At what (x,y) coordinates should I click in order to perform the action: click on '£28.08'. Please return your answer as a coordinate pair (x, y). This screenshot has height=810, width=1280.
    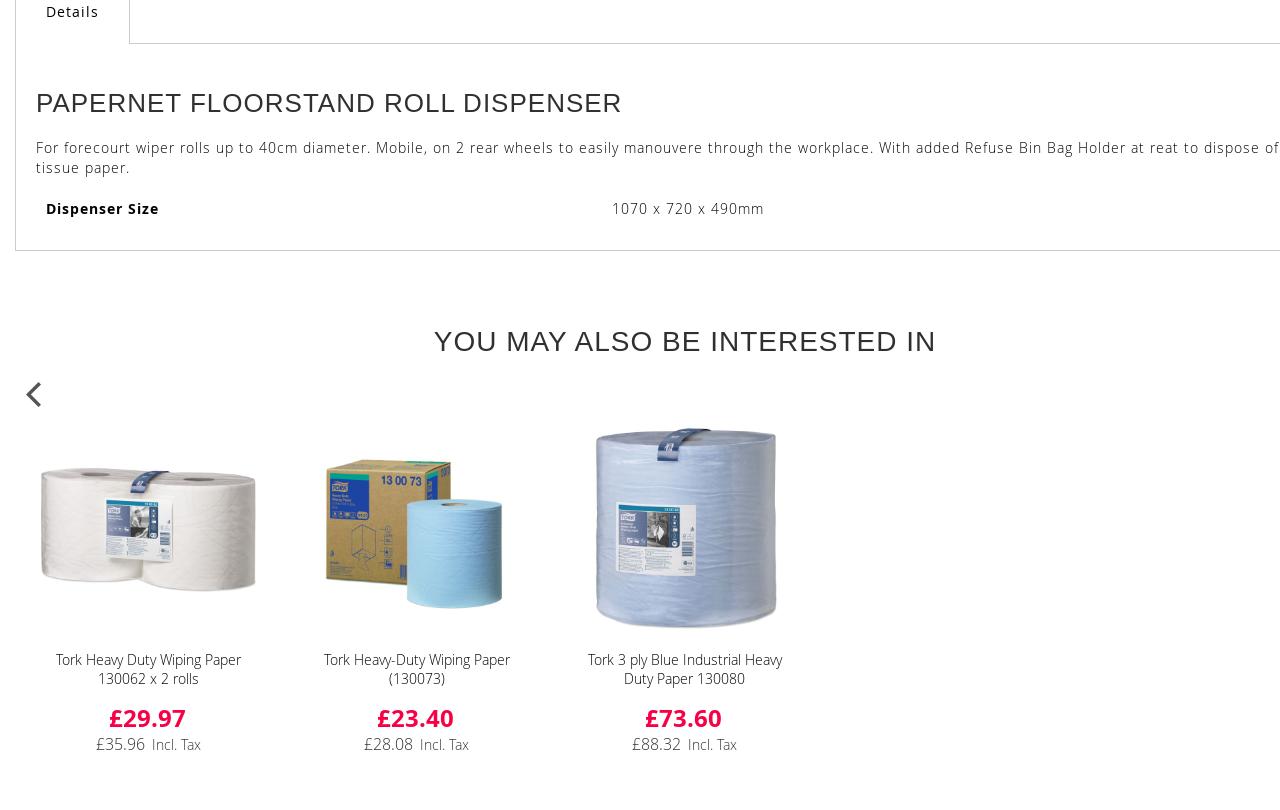
    Looking at the image, I should click on (388, 742).